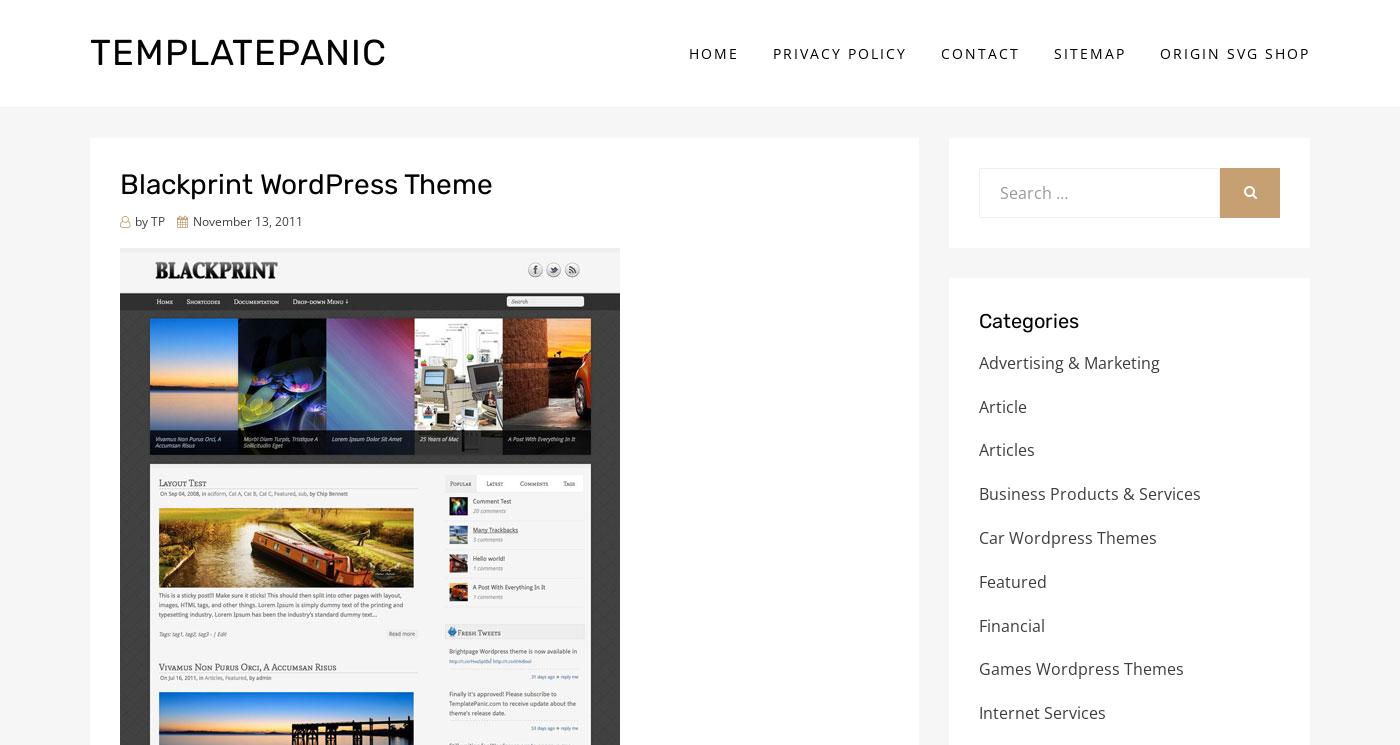  What do you see at coordinates (1002, 405) in the screenshot?
I see `'Article'` at bounding box center [1002, 405].